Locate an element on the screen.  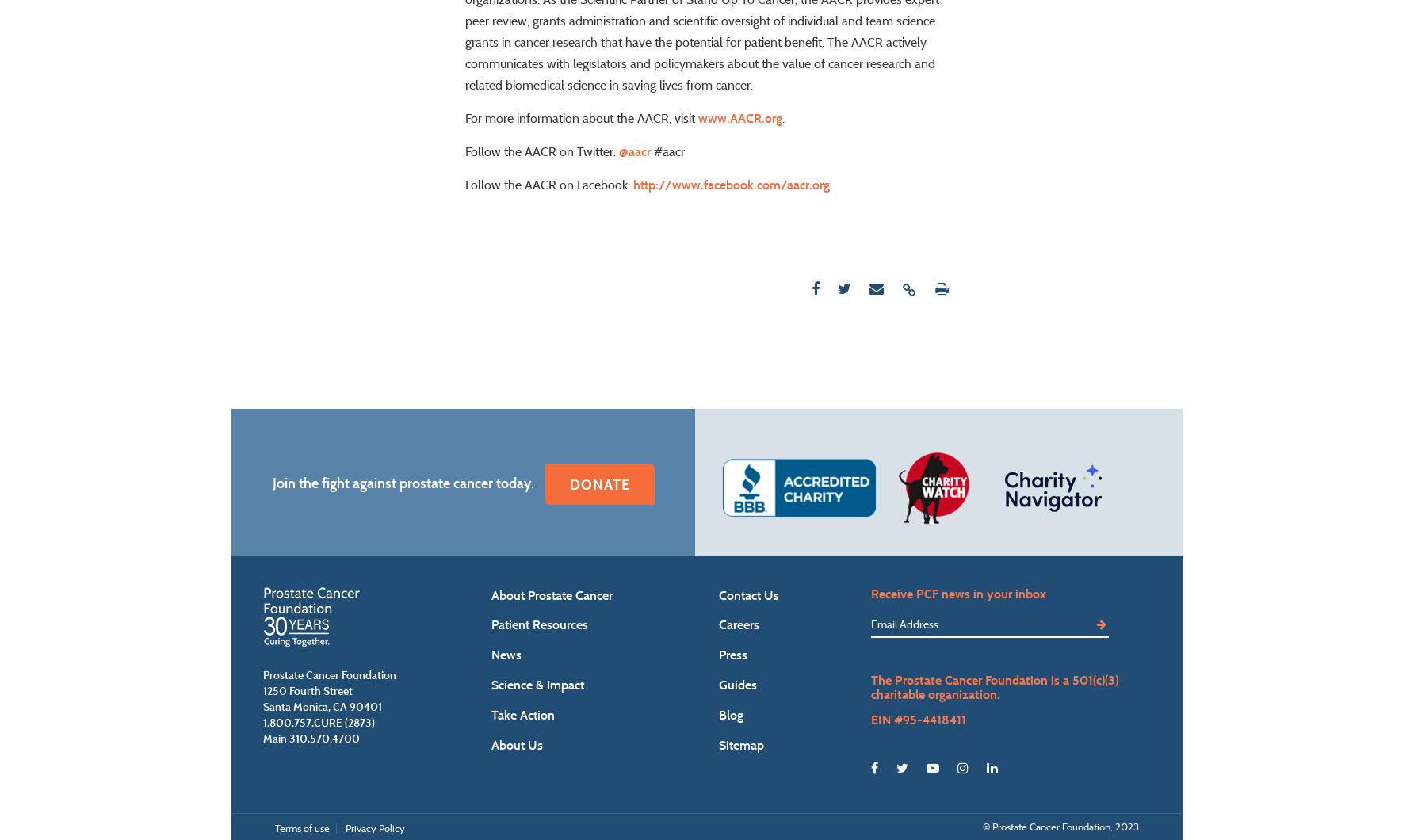
'1.800.757.CURE (2873)' is located at coordinates (318, 766).